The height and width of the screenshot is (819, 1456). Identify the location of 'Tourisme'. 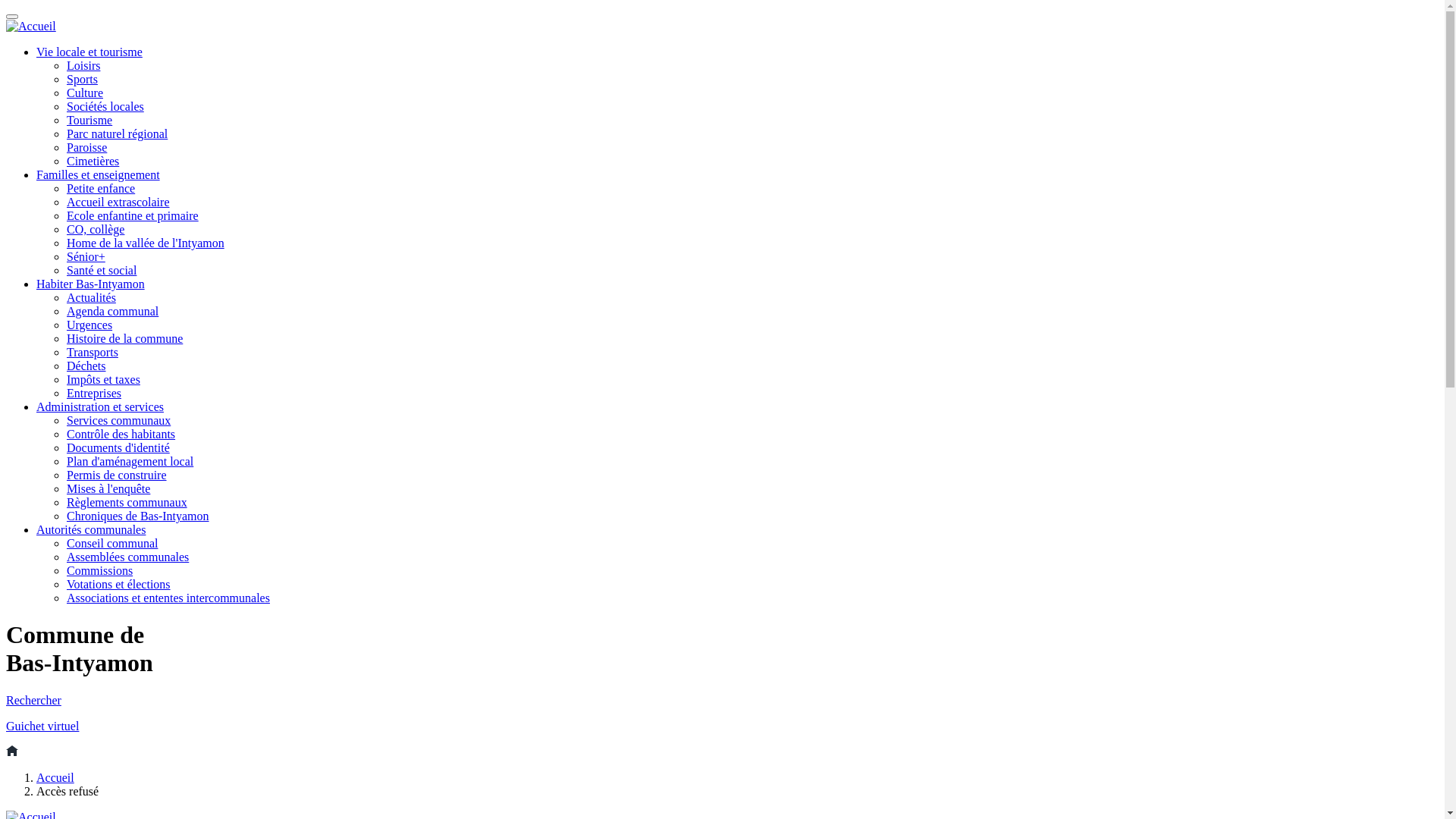
(89, 119).